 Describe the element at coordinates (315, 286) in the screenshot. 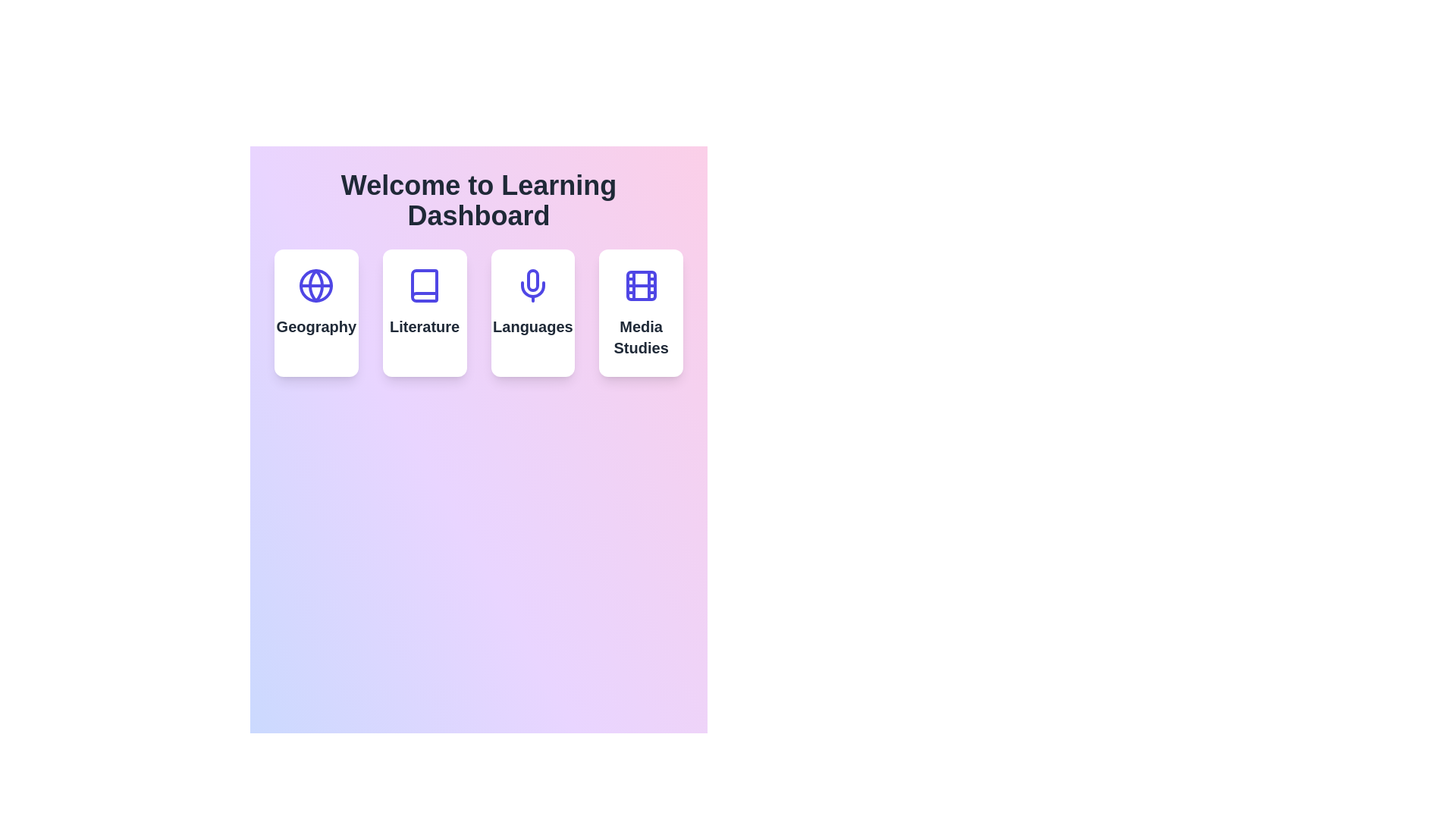

I see `the circular shape that is part of the globe icon representing the 'Geography' section, located in the leftmost position among the options` at that location.